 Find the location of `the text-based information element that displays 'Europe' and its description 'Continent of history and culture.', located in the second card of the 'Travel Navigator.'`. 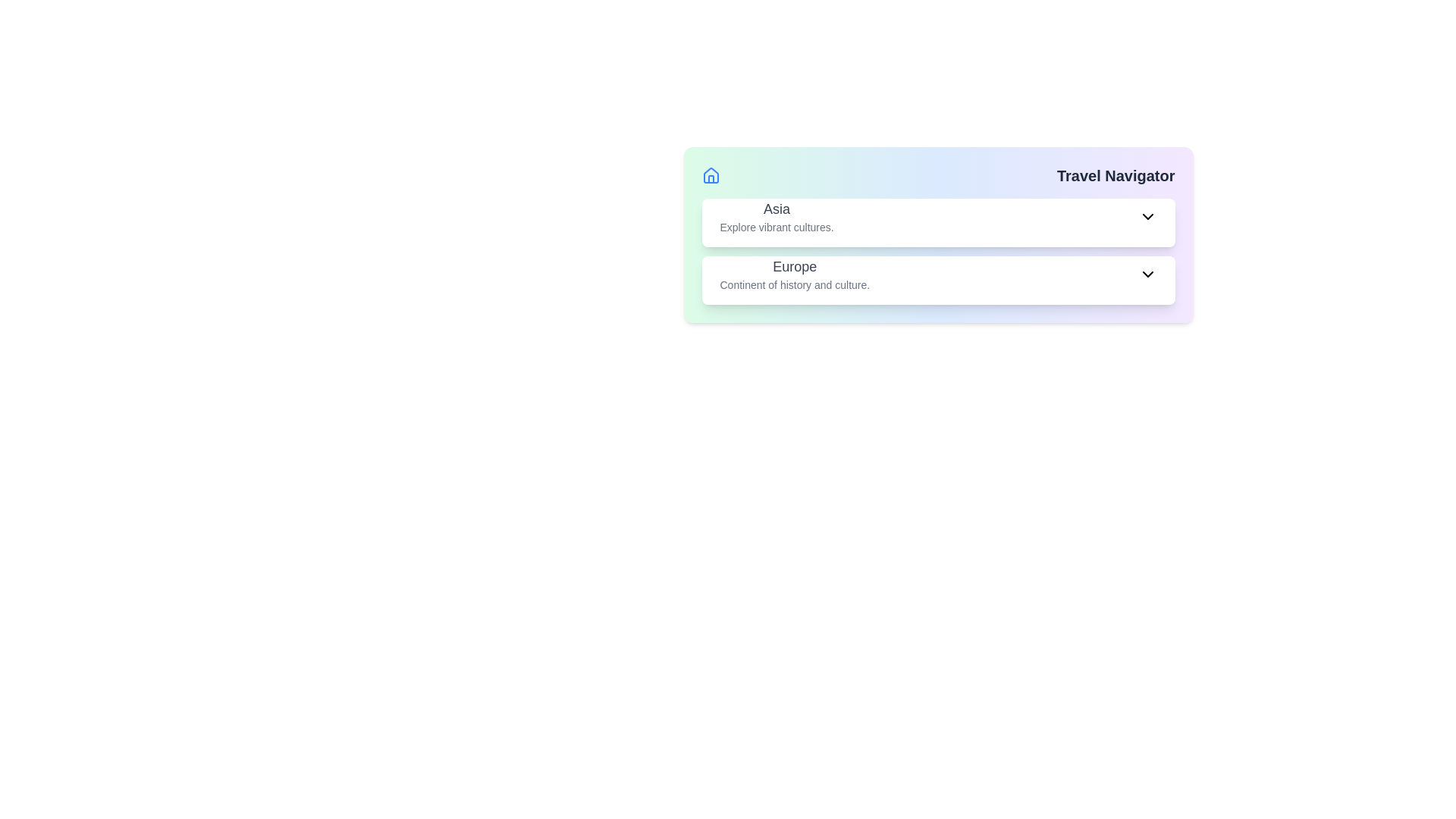

the text-based information element that displays 'Europe' and its description 'Continent of history and culture.', located in the second card of the 'Travel Navigator.' is located at coordinates (794, 275).